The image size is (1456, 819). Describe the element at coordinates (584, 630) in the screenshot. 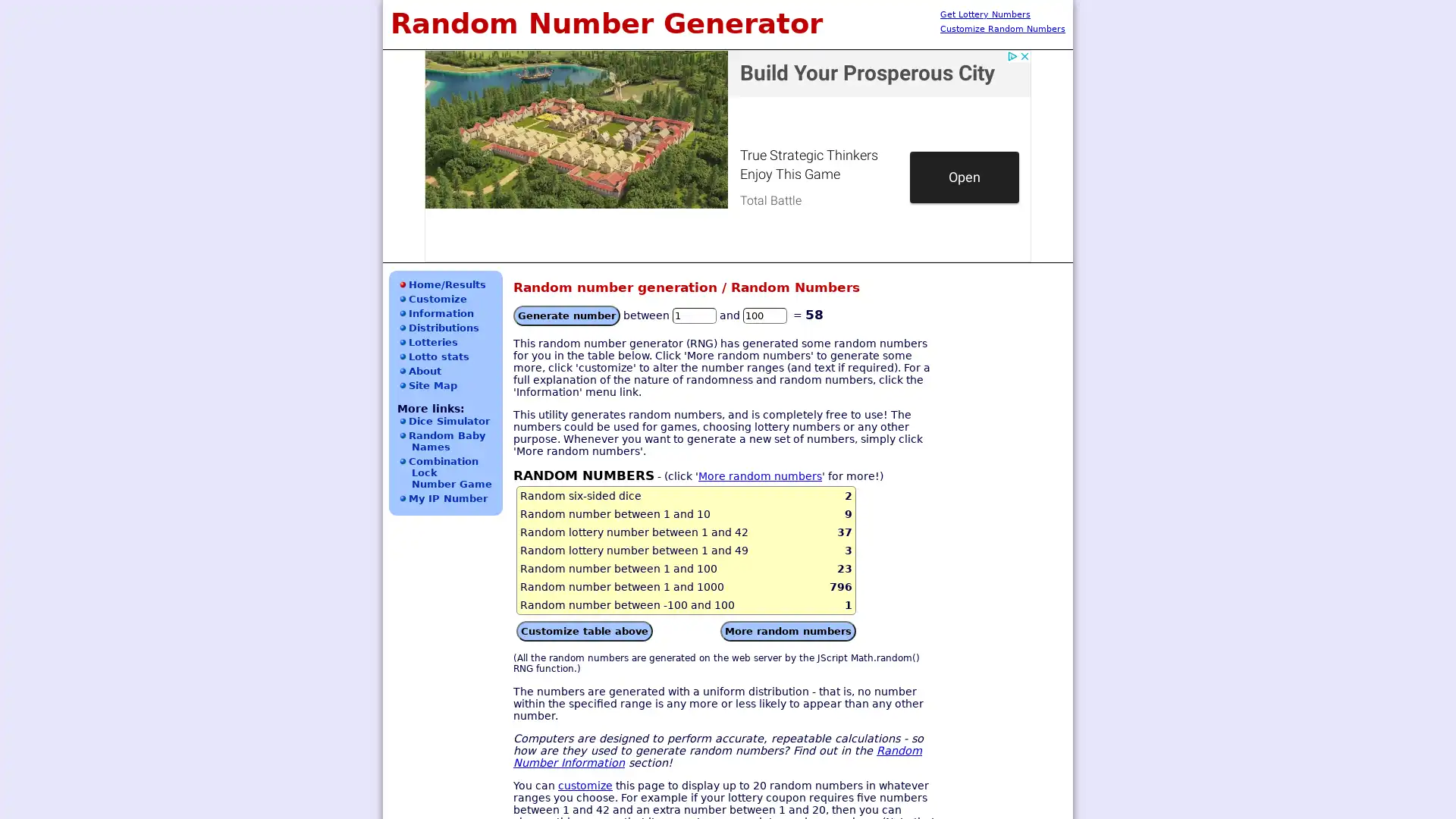

I see `Customize table above` at that location.